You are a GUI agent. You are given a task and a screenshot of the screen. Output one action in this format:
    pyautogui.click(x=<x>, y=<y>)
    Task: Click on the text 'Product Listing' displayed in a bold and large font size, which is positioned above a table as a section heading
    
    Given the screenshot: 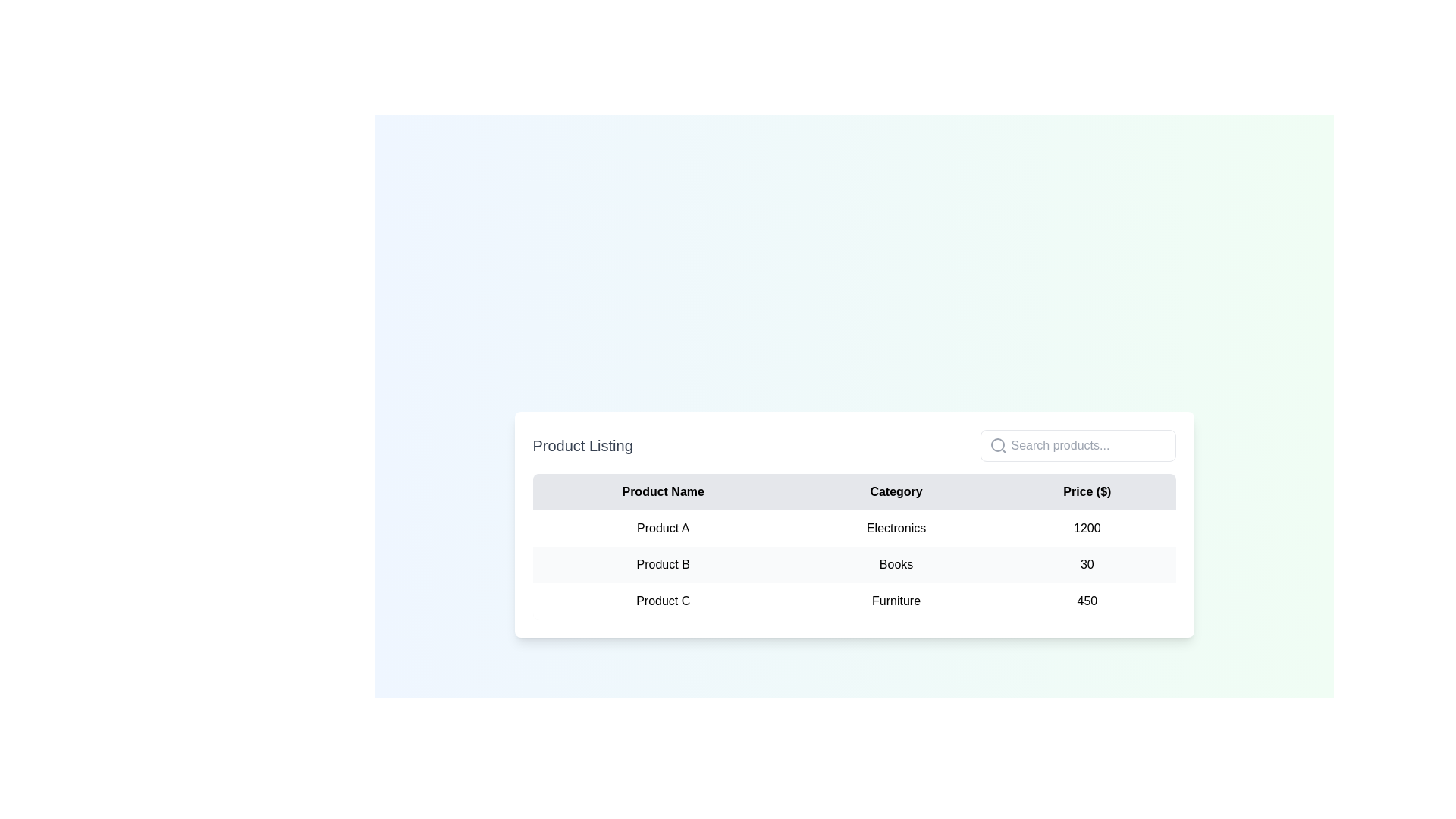 What is the action you would take?
    pyautogui.click(x=582, y=444)
    